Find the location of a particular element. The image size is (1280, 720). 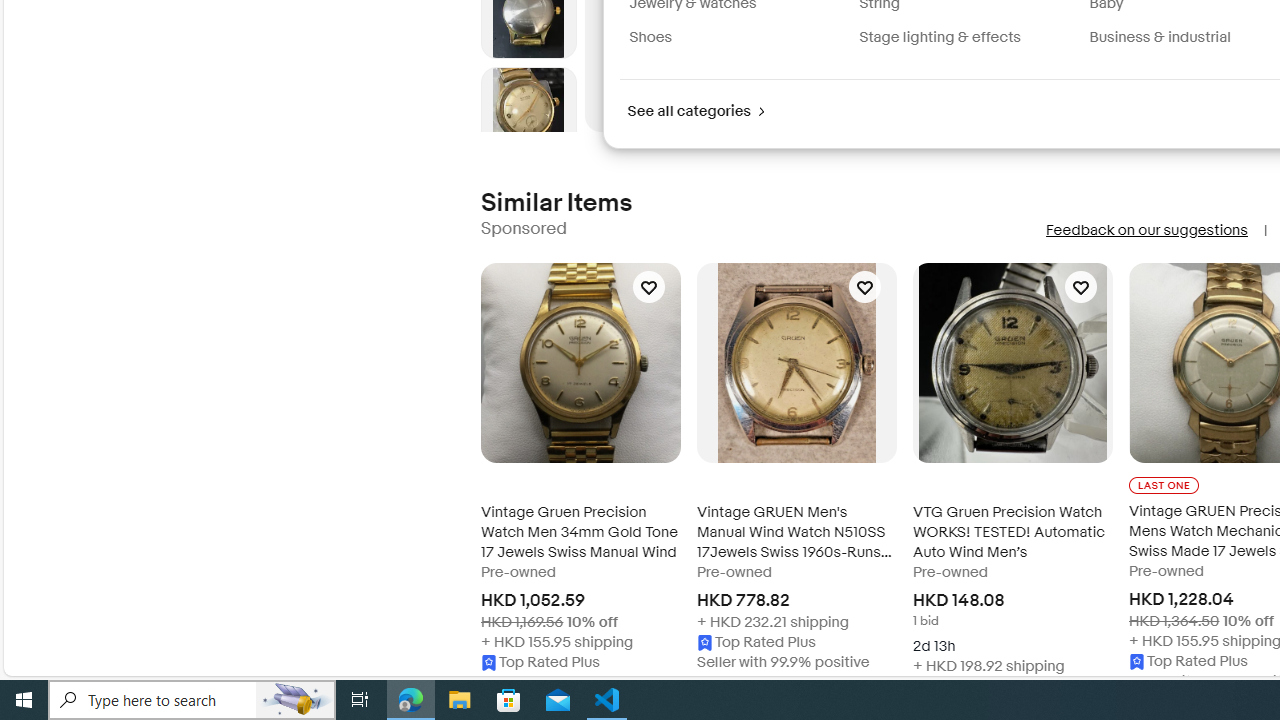

'Feedback on our suggestions' is located at coordinates (1146, 229).